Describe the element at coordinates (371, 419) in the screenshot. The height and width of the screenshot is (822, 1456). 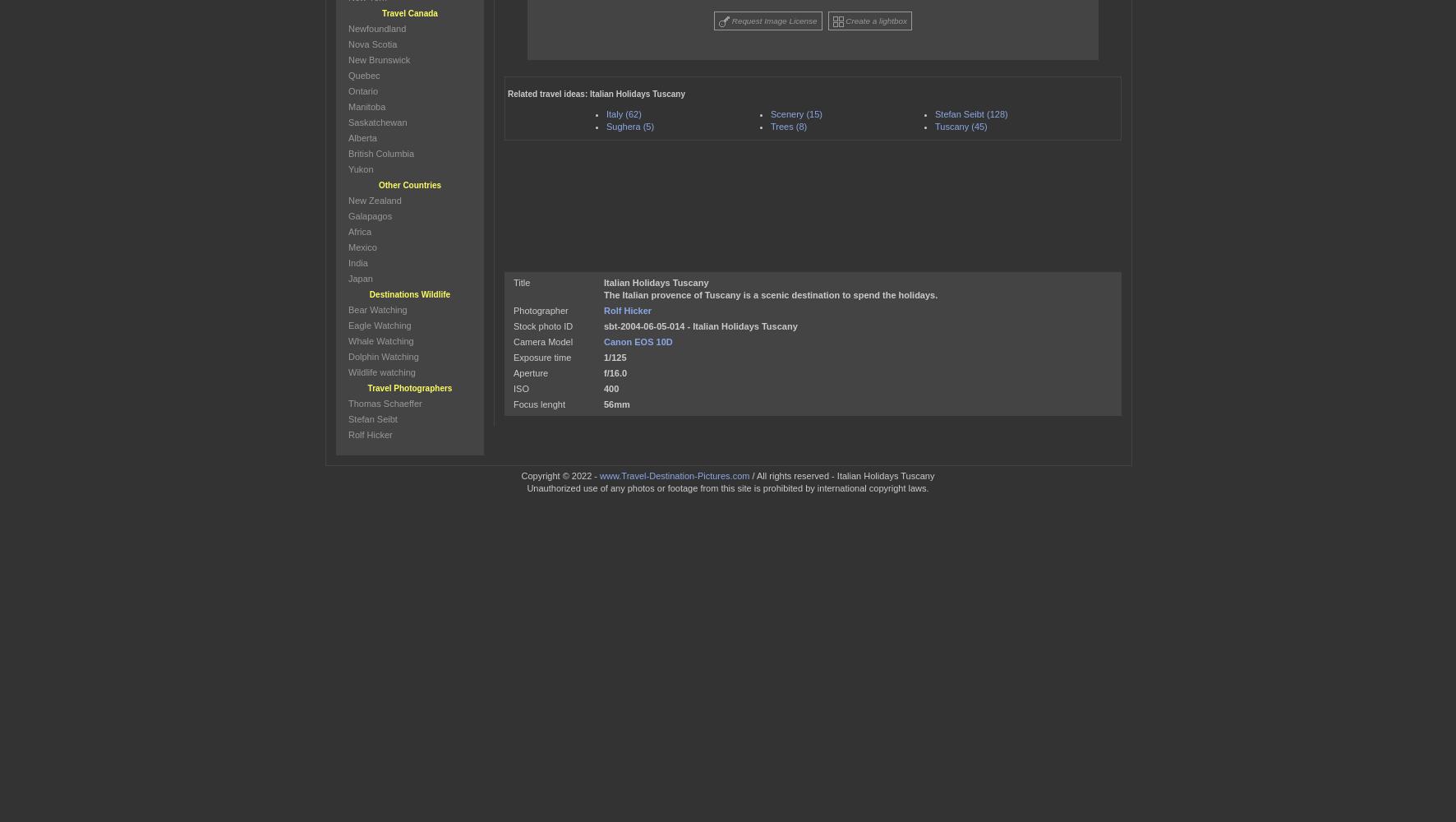
I see `'Stefan Seibt'` at that location.